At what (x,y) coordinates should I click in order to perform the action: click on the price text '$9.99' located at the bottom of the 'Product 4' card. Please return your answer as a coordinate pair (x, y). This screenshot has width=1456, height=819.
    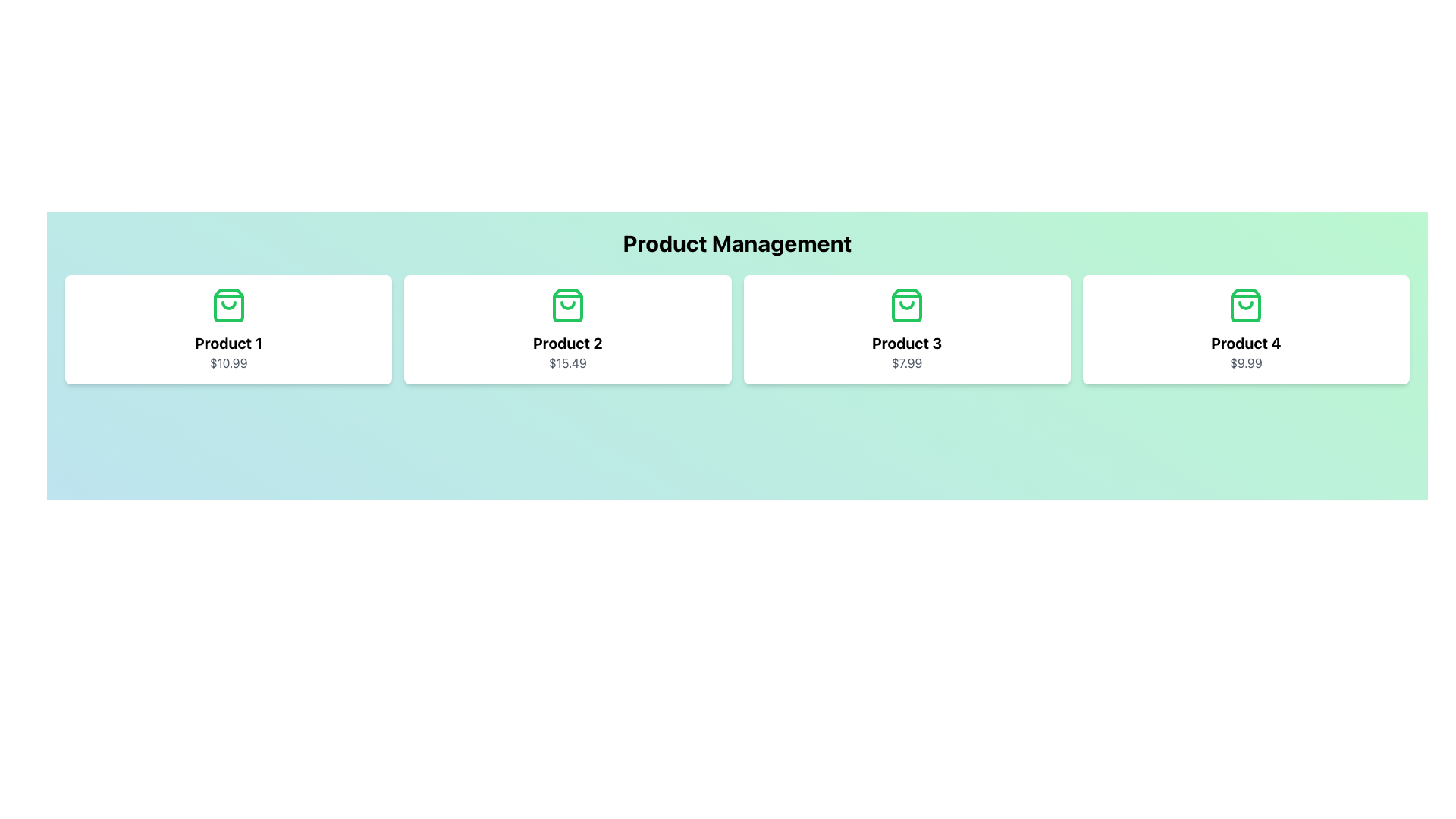
    Looking at the image, I should click on (1246, 362).